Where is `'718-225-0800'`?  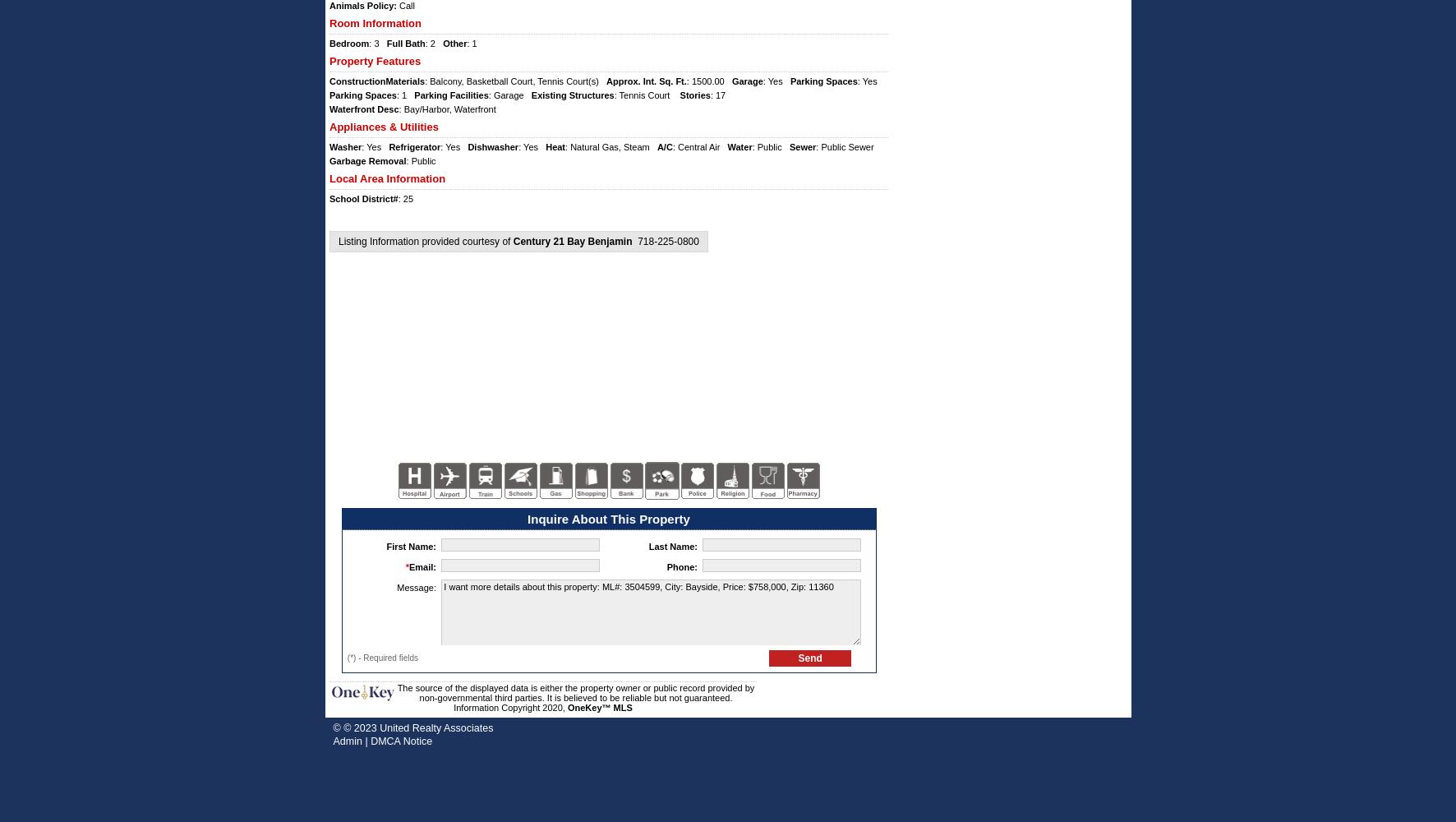
'718-225-0800' is located at coordinates (665, 242).